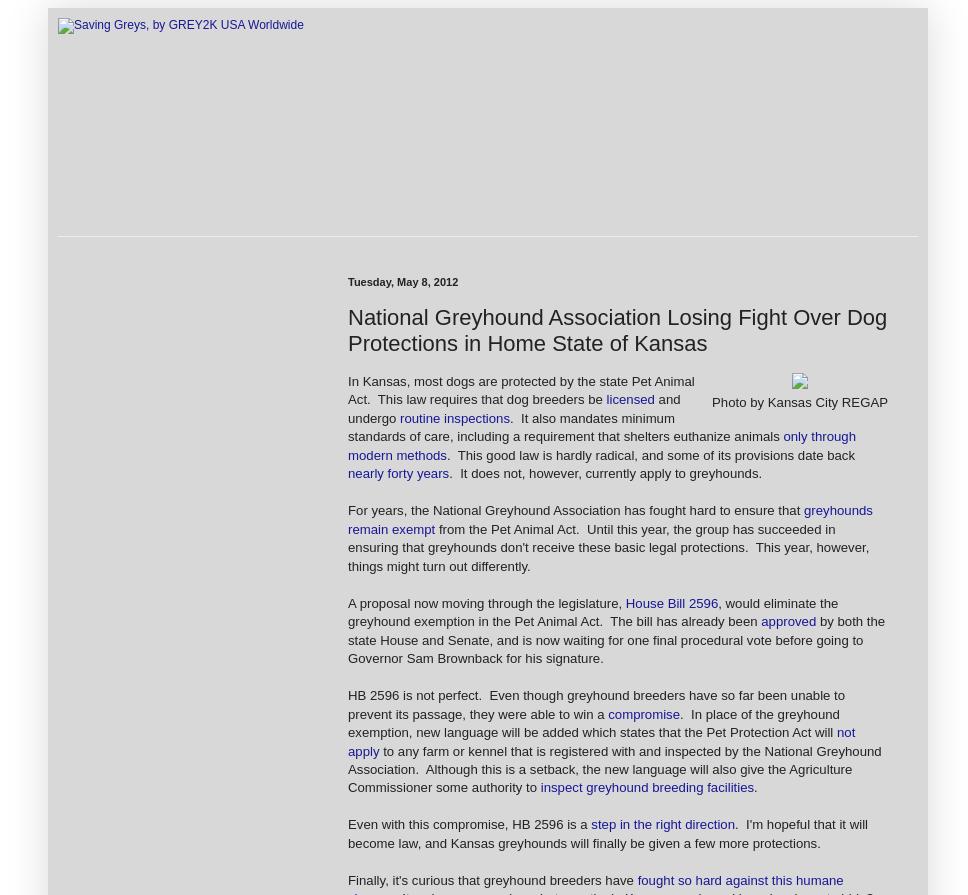 The width and height of the screenshot is (968, 895). Describe the element at coordinates (347, 282) in the screenshot. I see `'Tuesday, May 8, 2012'` at that location.